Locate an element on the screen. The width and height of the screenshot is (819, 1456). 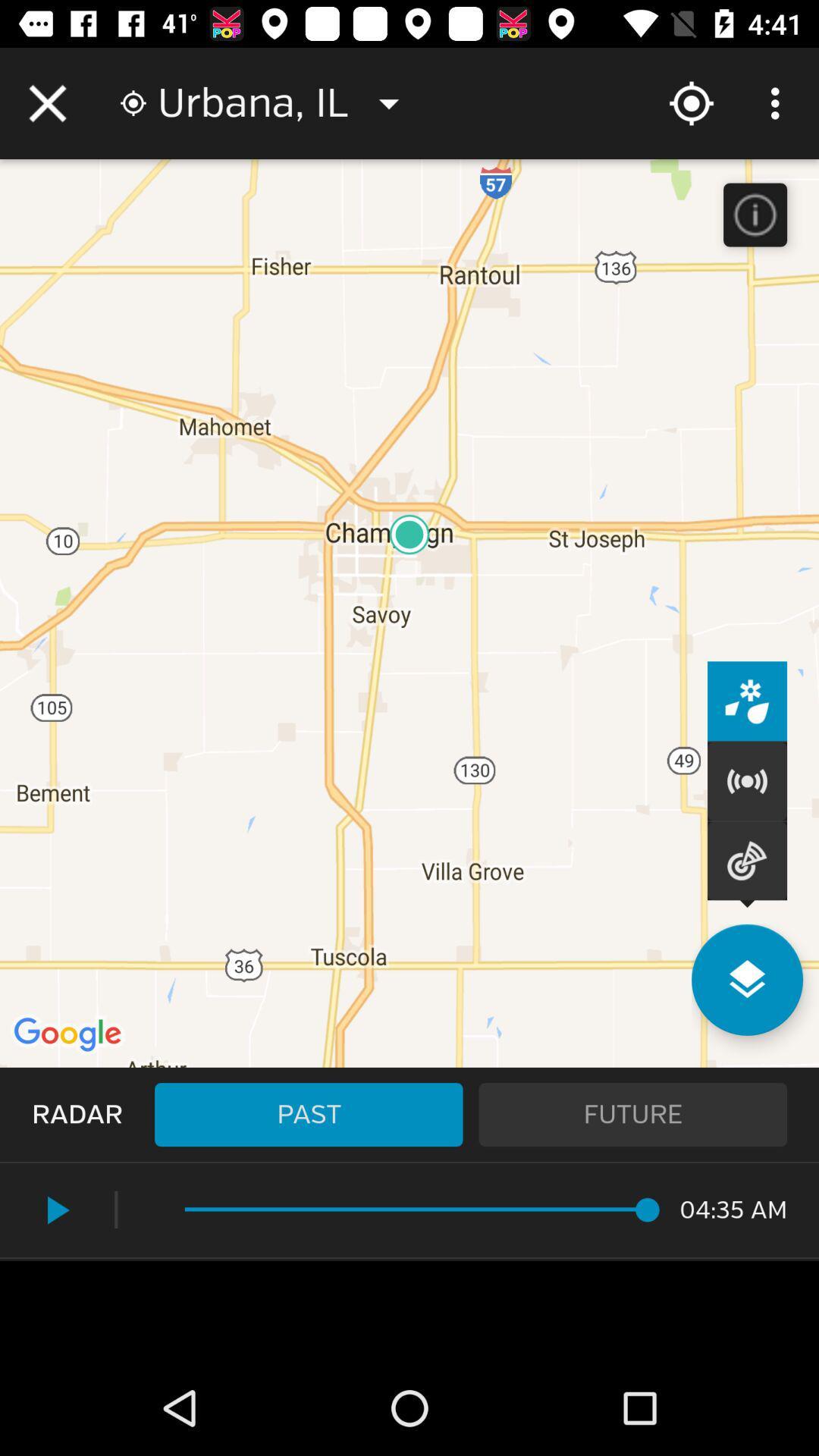
the layers icon is located at coordinates (746, 980).